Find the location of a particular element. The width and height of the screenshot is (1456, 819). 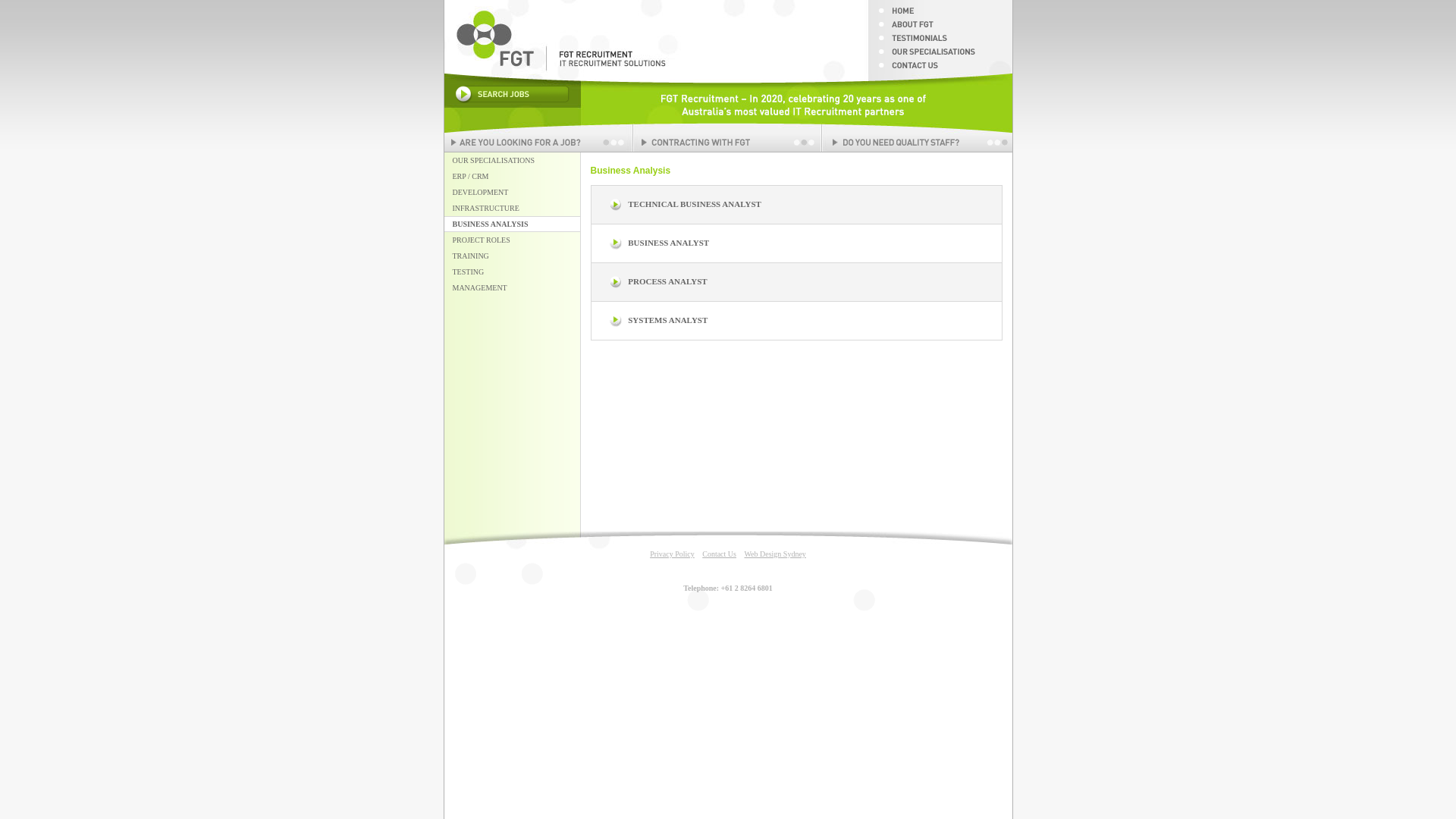

'ERP / CRM' is located at coordinates (513, 175).